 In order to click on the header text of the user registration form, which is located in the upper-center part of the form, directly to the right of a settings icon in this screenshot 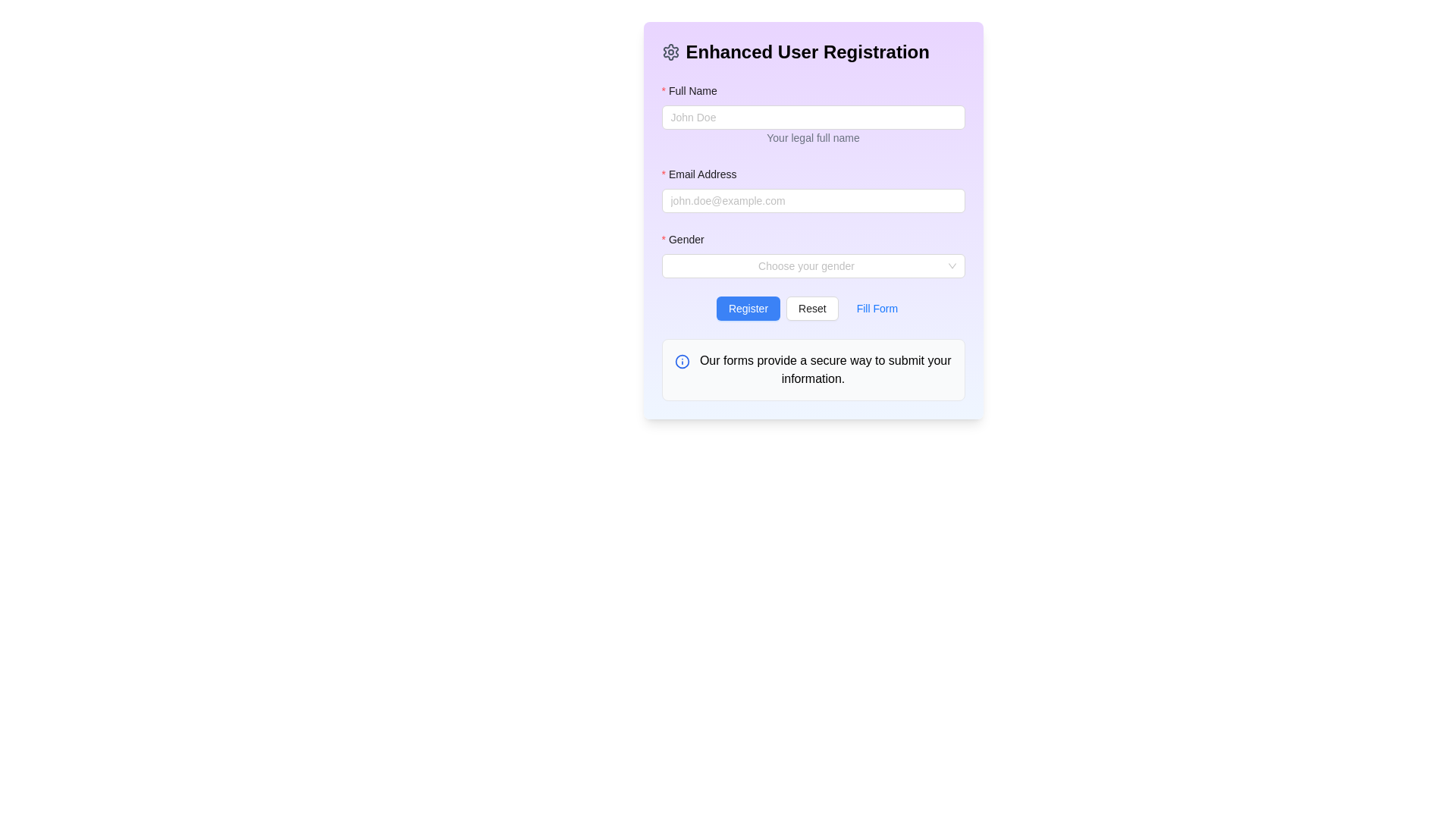, I will do `click(807, 52)`.